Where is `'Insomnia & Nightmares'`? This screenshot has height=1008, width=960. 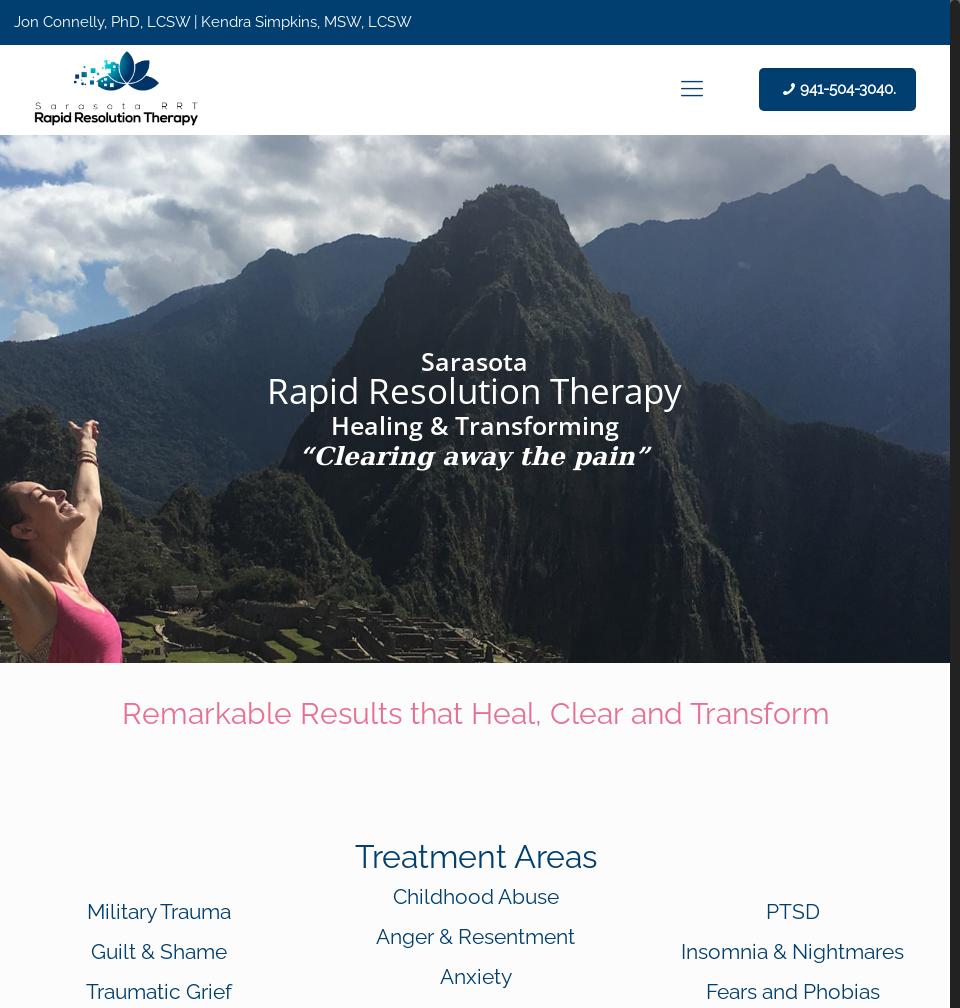
'Insomnia & Nightmares' is located at coordinates (792, 951).